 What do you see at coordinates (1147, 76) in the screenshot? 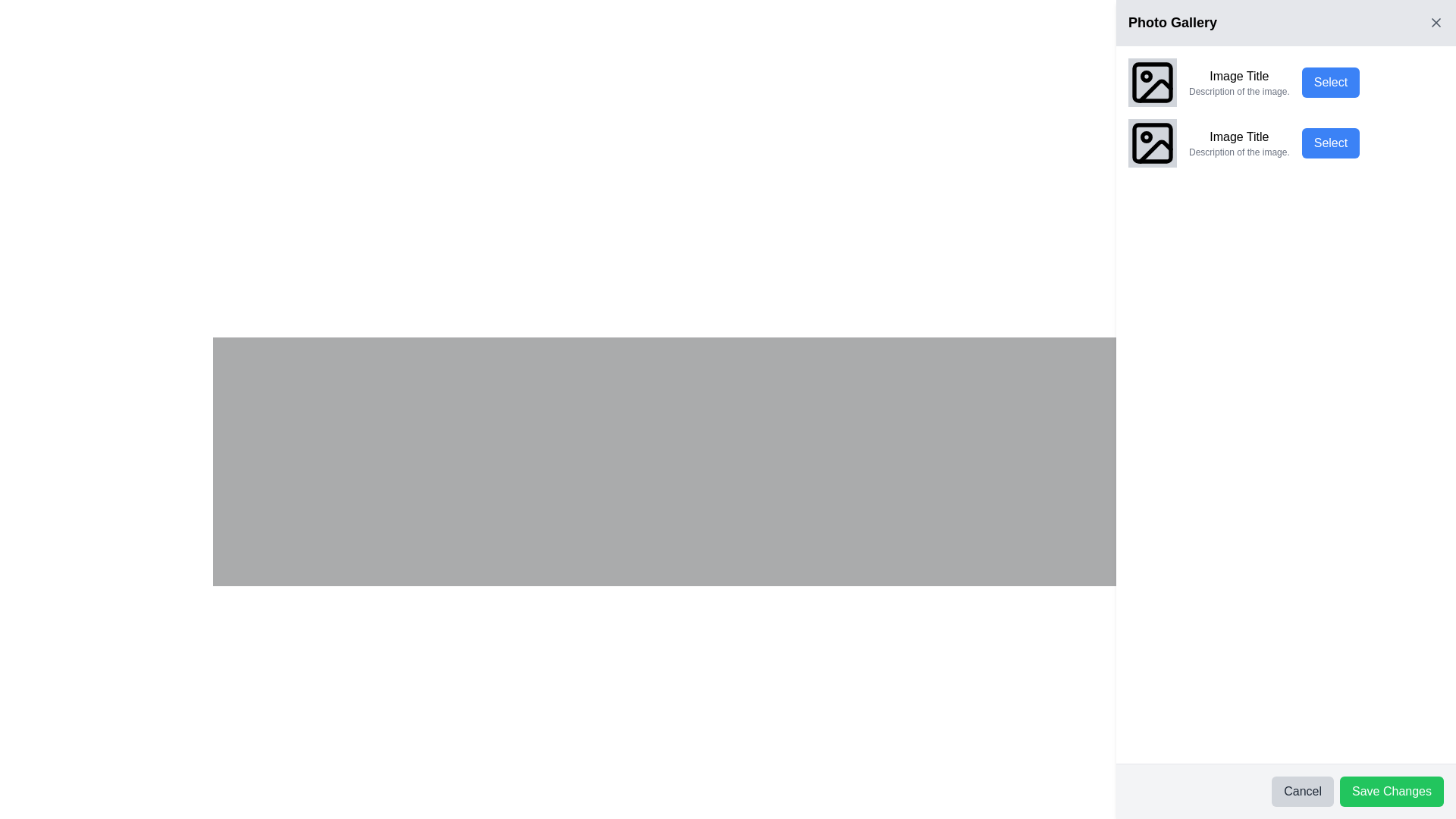
I see `the small circular shape (Circle) within the image icon at the top of the photo gallery interface` at bounding box center [1147, 76].